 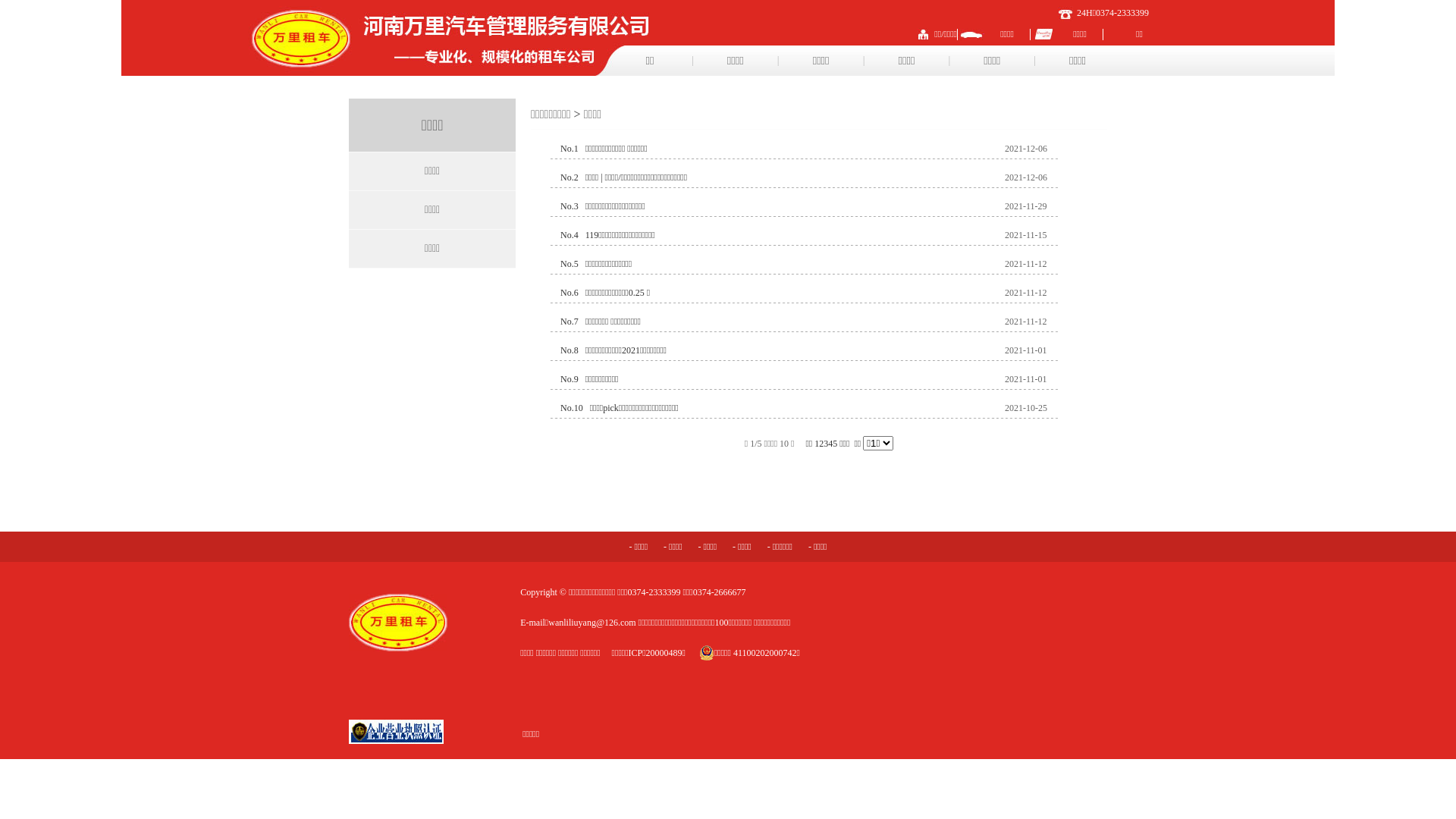 I want to click on '5', so click(x=832, y=444).